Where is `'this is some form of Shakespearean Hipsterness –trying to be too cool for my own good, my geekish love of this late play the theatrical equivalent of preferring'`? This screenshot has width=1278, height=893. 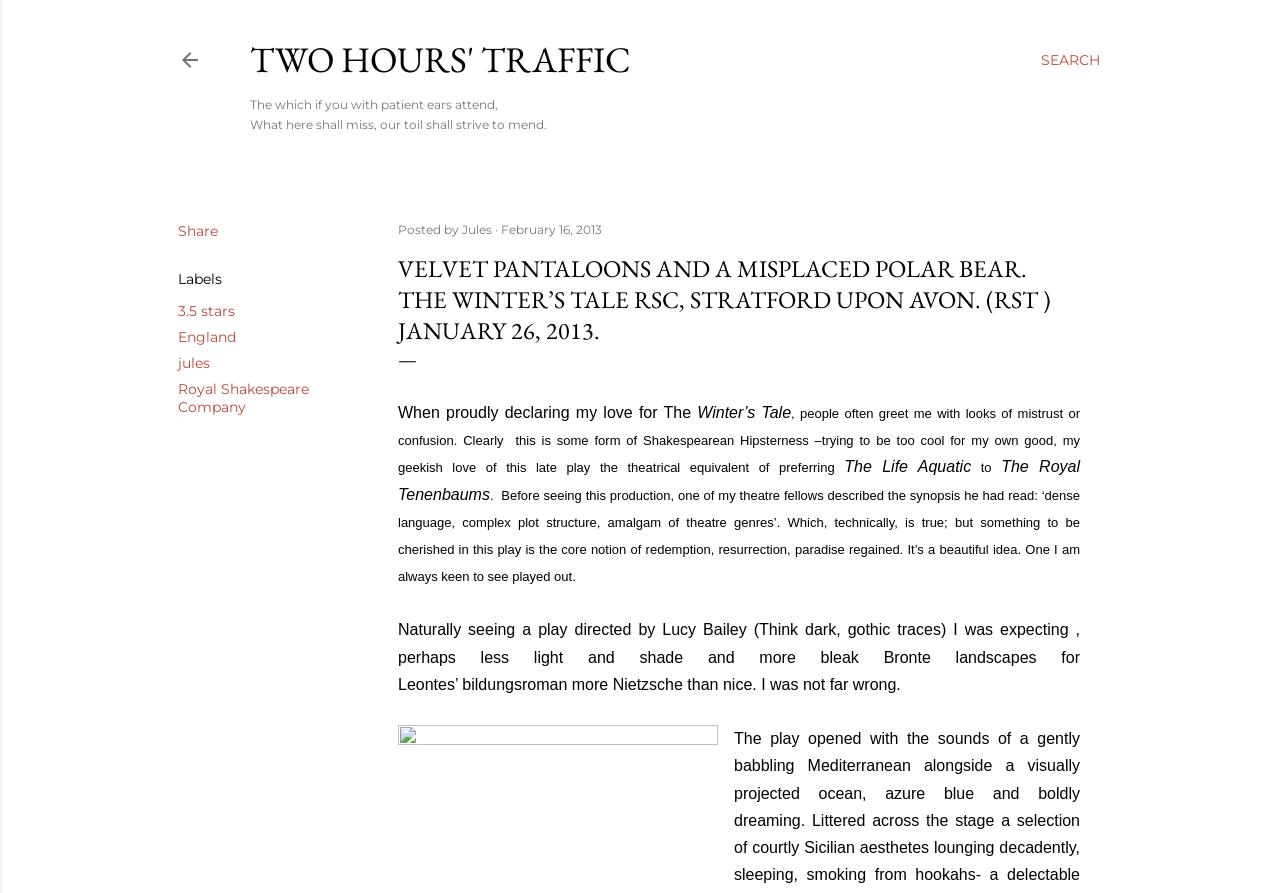 'this is some form of Shakespearean Hipsterness –trying to be too cool for my own good, my geekish love of this late play the theatrical equivalent of preferring' is located at coordinates (737, 453).